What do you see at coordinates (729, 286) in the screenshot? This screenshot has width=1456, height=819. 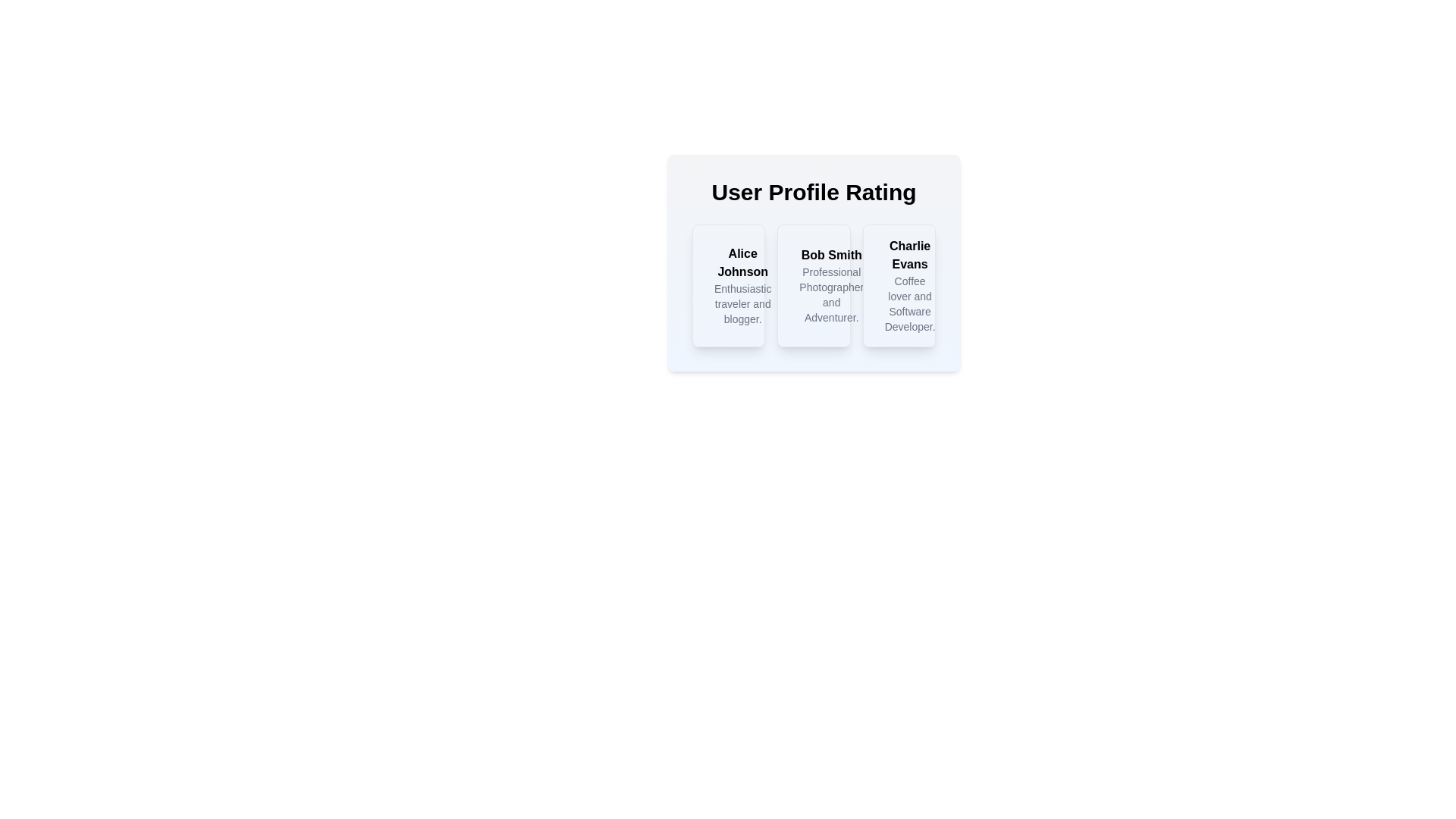 I see `text block displaying the name 'Alice Johnson' and the biography 'Enthusiastic traveler and blogger.' from the first profile card in the horizontal list` at bounding box center [729, 286].